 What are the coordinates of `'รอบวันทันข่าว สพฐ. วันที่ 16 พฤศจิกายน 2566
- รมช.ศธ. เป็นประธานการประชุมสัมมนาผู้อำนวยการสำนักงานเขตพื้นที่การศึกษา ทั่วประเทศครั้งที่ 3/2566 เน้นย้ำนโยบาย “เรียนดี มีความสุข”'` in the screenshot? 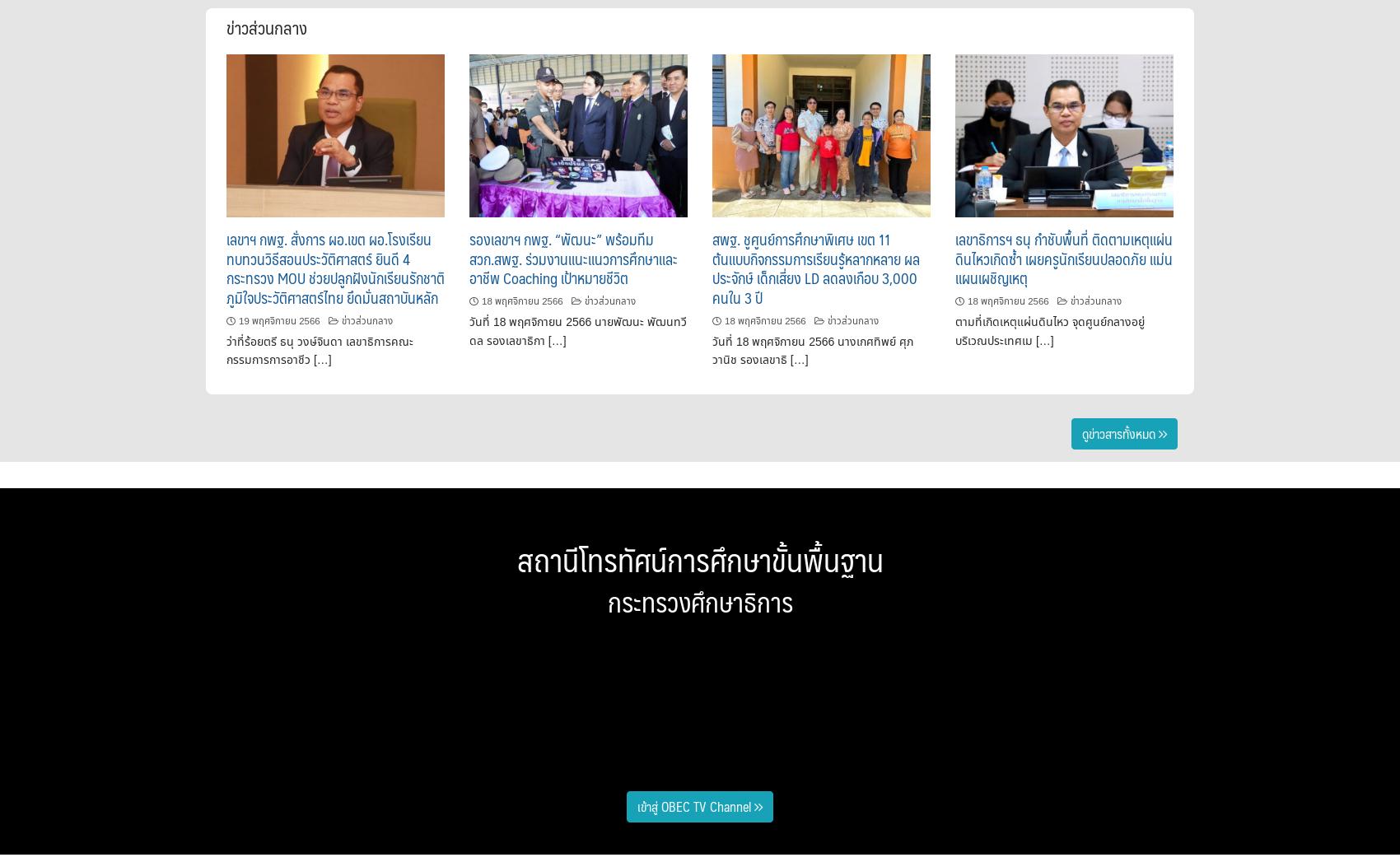 It's located at (943, 720).